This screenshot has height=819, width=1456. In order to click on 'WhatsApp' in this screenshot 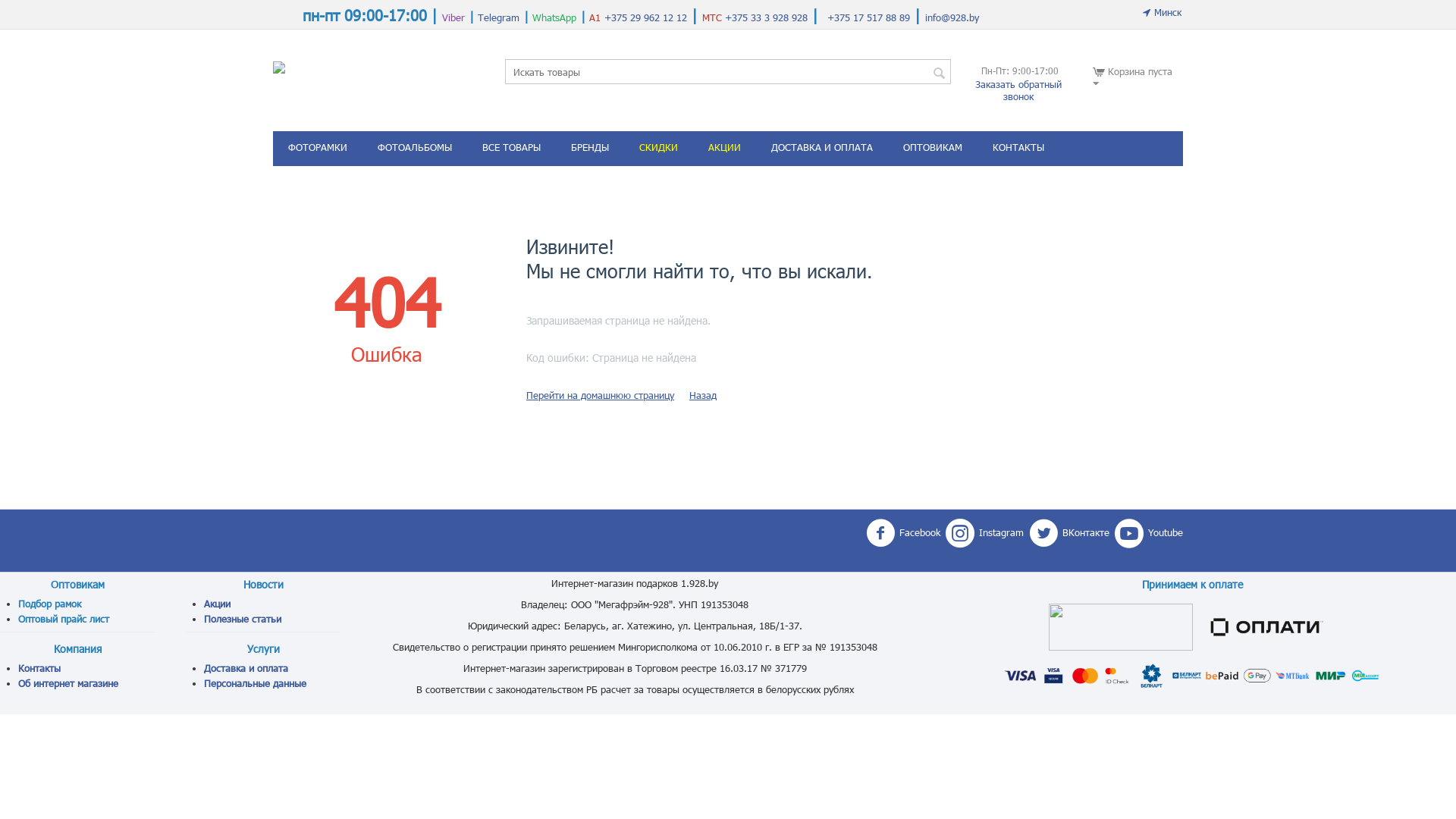, I will do `click(532, 17)`.